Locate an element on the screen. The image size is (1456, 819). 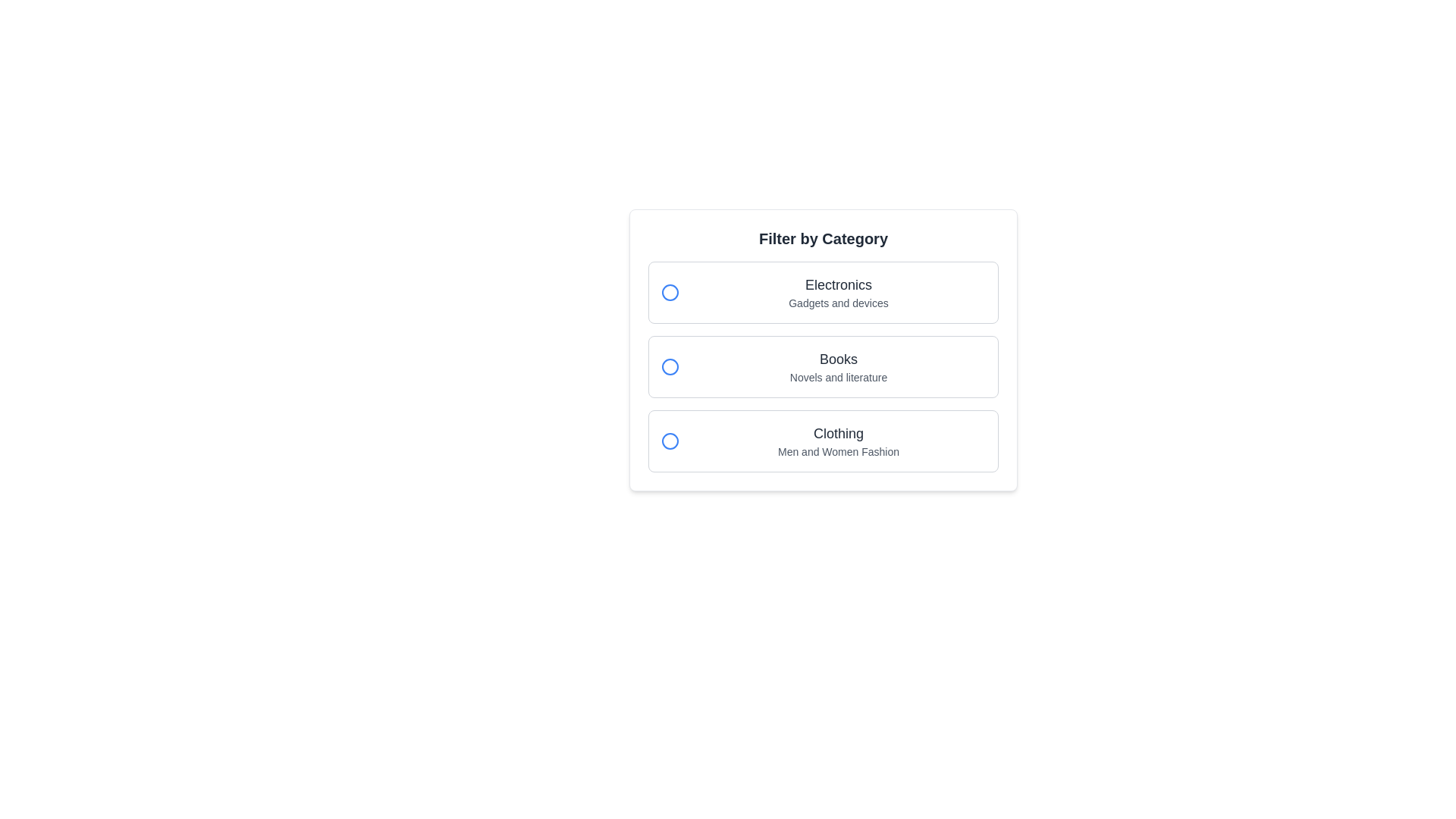
the 'Clothing' text label which is bold and larger, located in the third position under 'Filter by Category' is located at coordinates (837, 441).